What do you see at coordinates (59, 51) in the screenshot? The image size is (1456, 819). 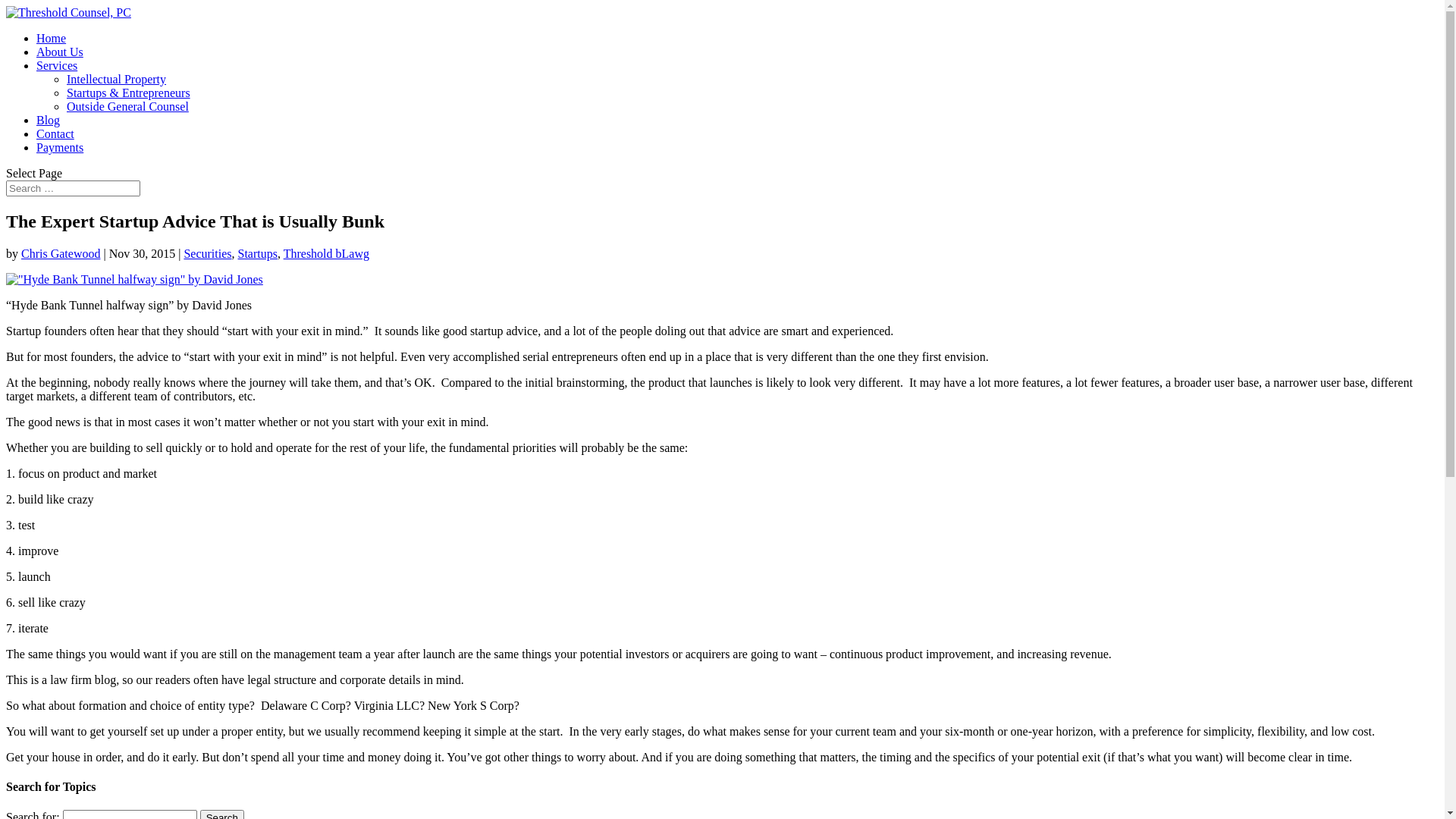 I see `'About Us'` at bounding box center [59, 51].